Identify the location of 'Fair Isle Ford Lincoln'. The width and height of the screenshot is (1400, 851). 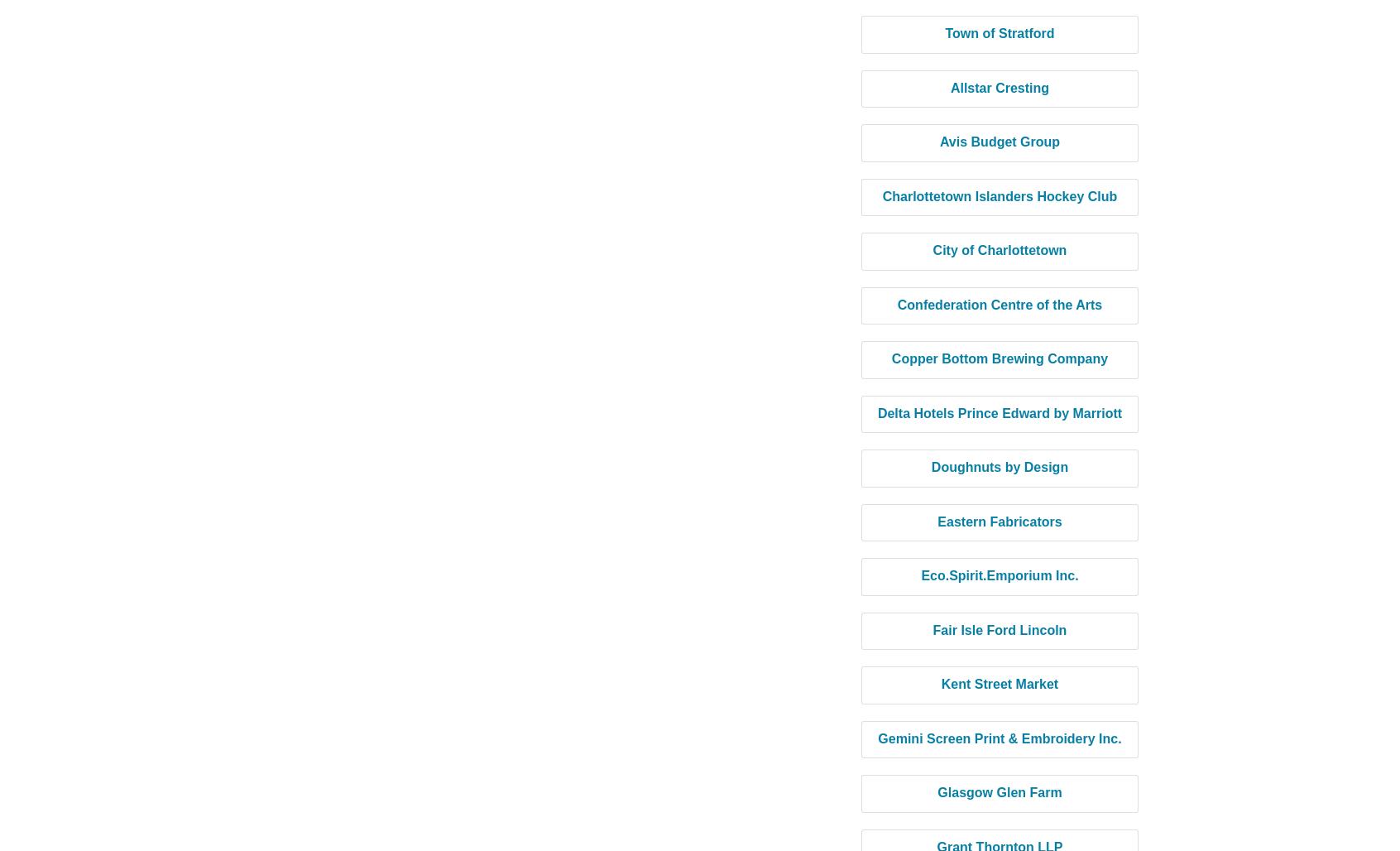
(933, 628).